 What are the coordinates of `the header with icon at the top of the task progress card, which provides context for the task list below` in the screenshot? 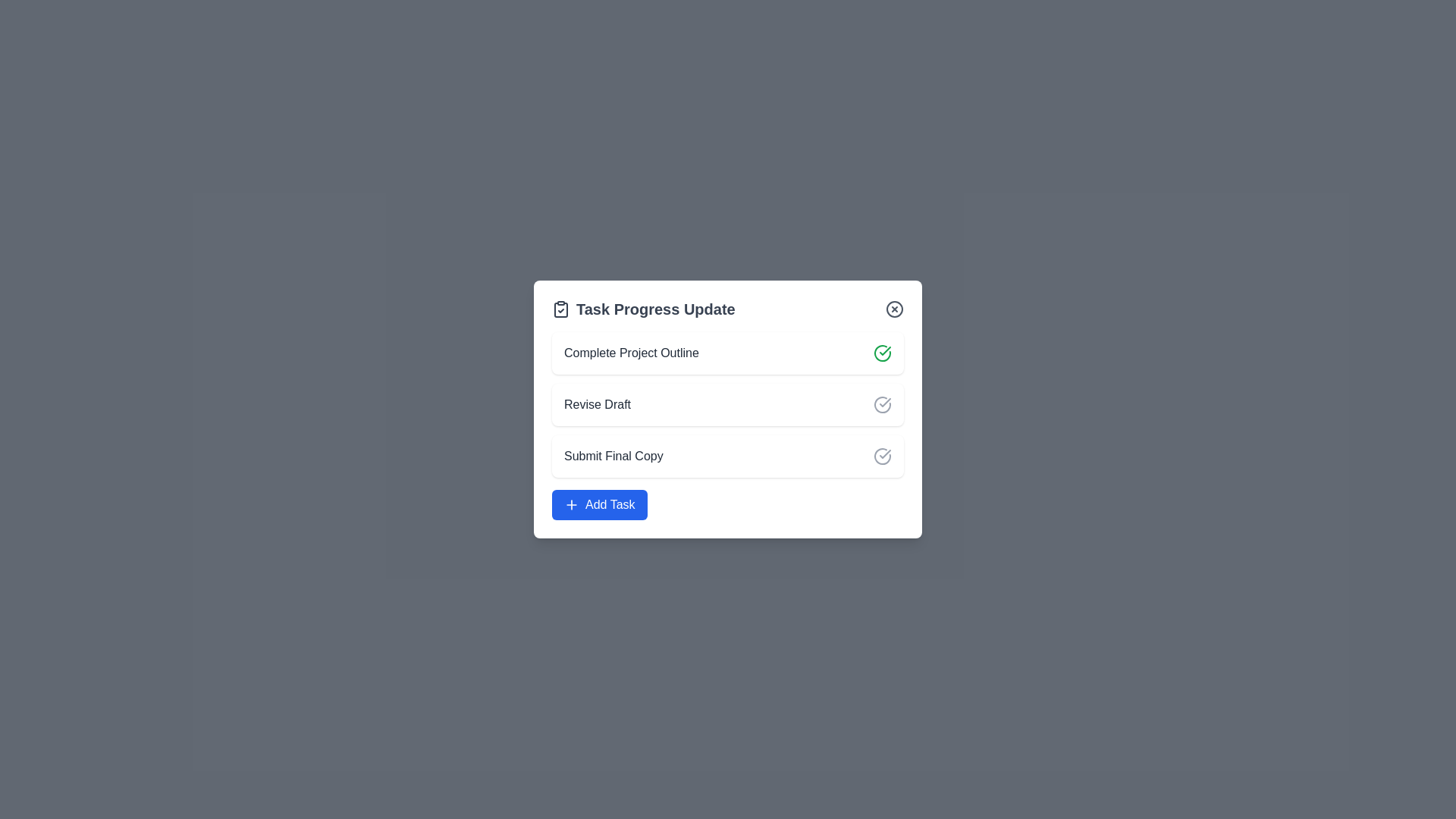 It's located at (728, 309).